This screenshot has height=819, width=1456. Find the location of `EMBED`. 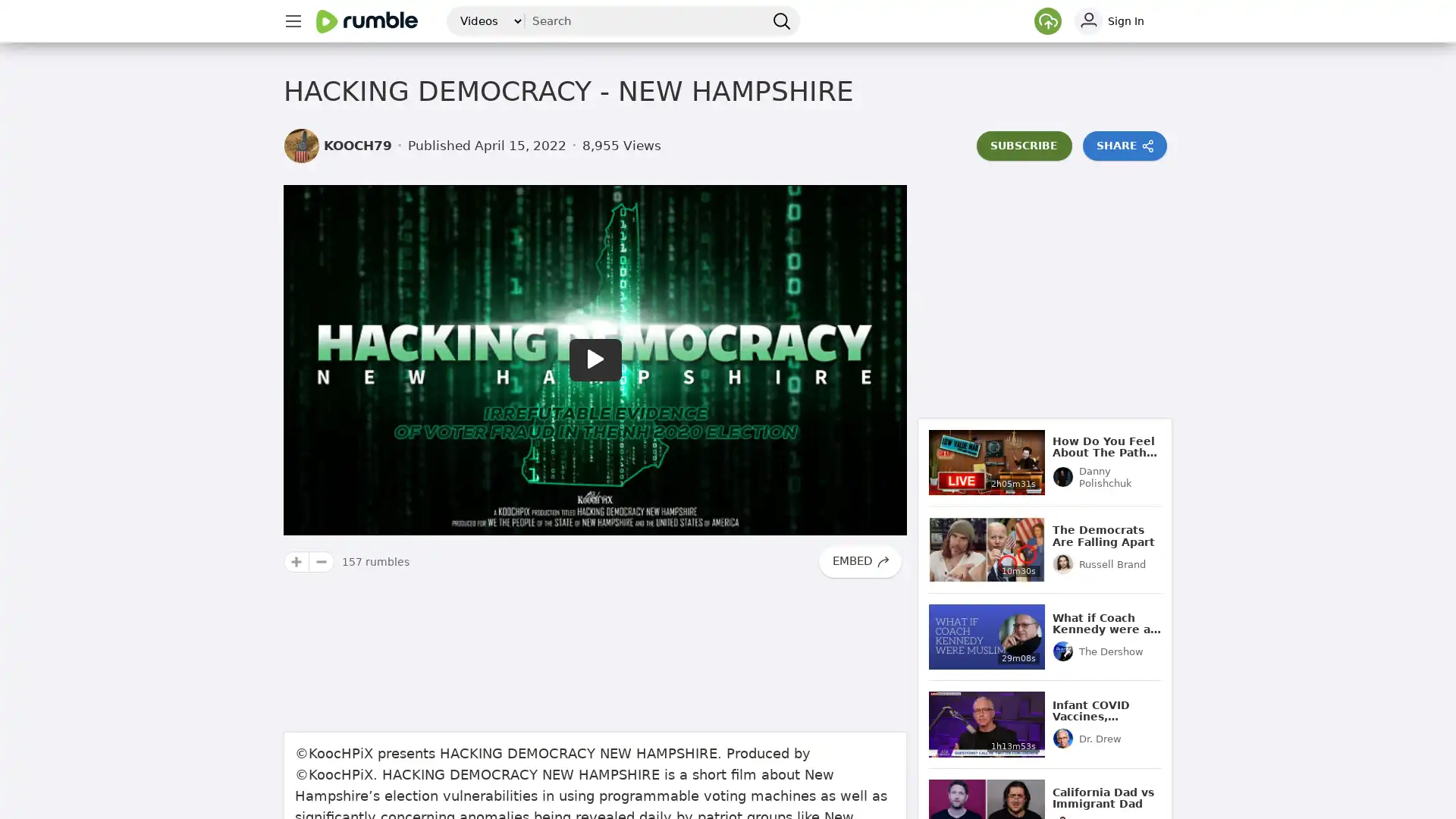

EMBED is located at coordinates (859, 561).